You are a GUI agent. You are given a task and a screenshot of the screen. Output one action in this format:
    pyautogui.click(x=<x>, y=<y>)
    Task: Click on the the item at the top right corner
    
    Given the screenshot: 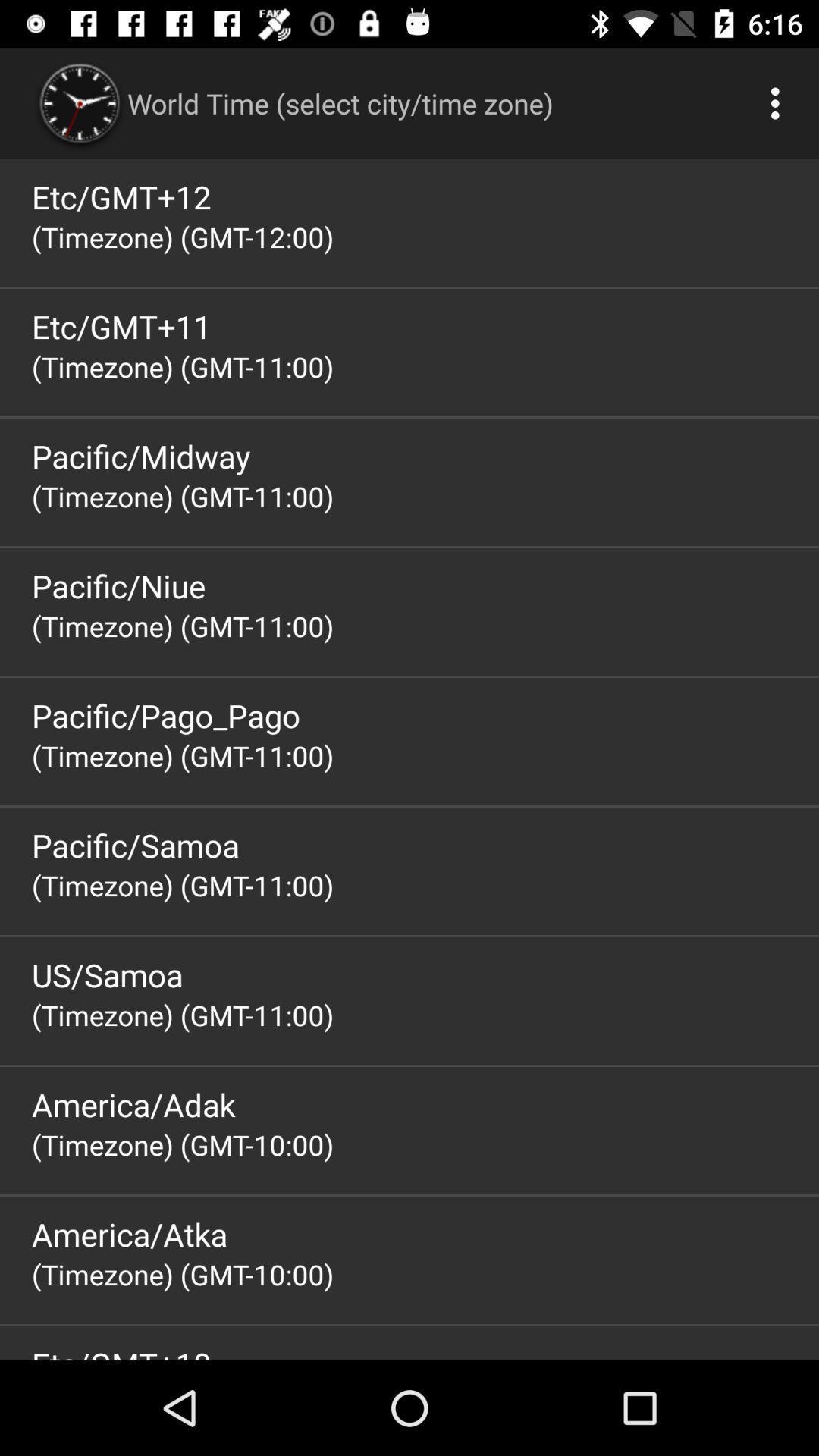 What is the action you would take?
    pyautogui.click(x=779, y=102)
    